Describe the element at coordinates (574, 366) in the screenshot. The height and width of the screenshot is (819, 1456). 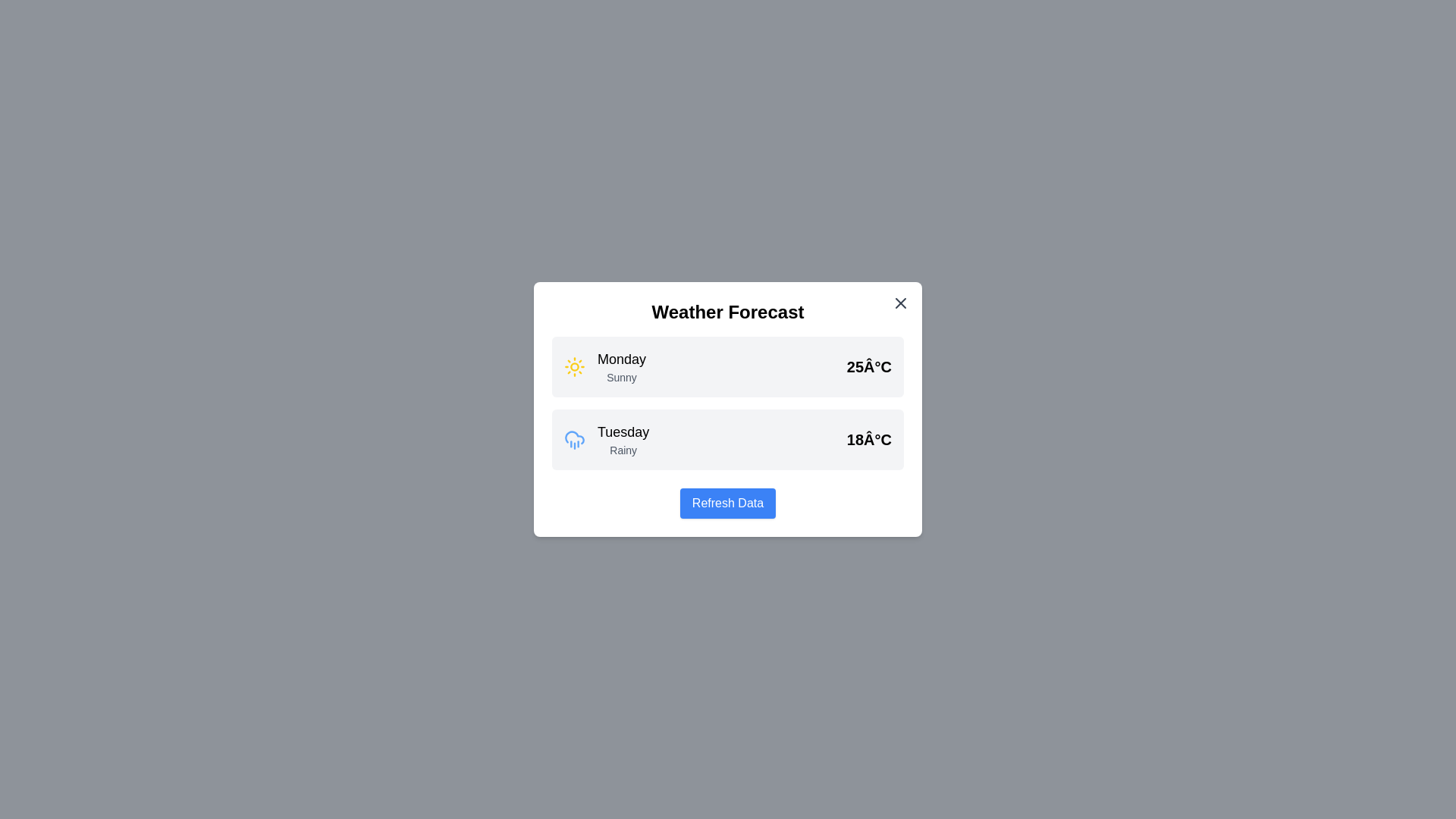
I see `the weather condition icon indicating a sunny day for Monday, positioned to the left of the 'Monday' label` at that location.